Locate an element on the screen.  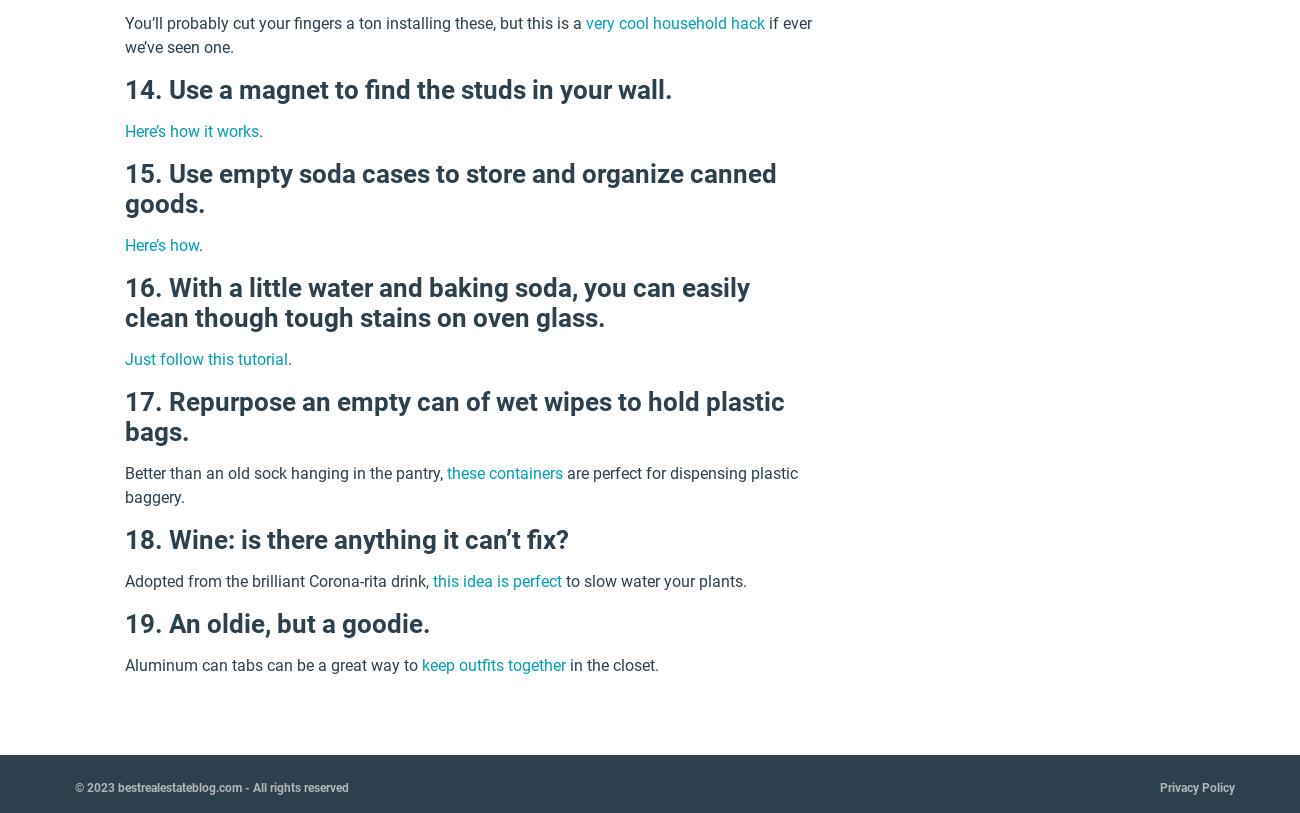
'these containers' is located at coordinates (505, 473).